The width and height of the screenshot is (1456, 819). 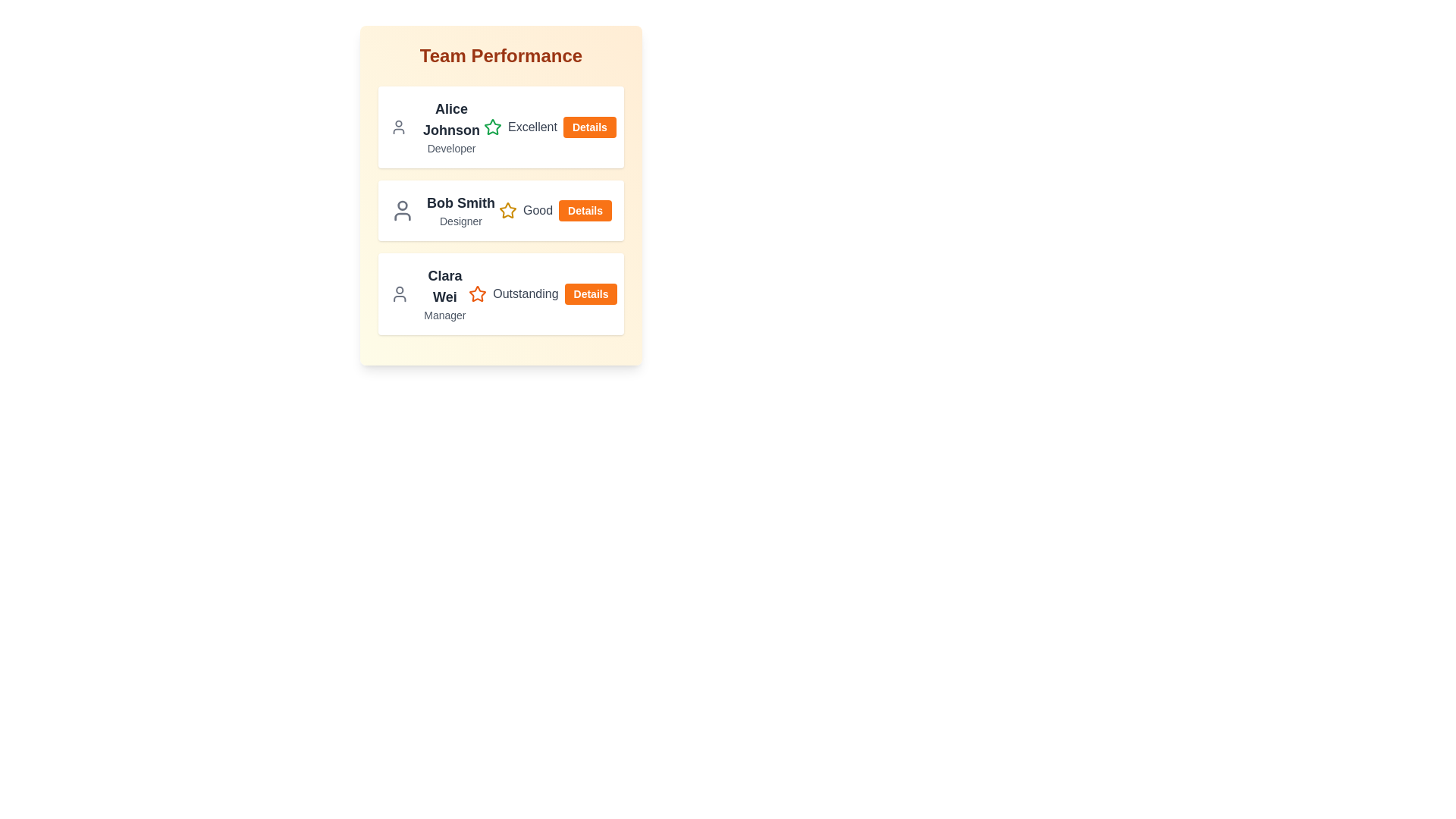 What do you see at coordinates (507, 210) in the screenshot?
I see `the performance star icon for Bob Smith` at bounding box center [507, 210].